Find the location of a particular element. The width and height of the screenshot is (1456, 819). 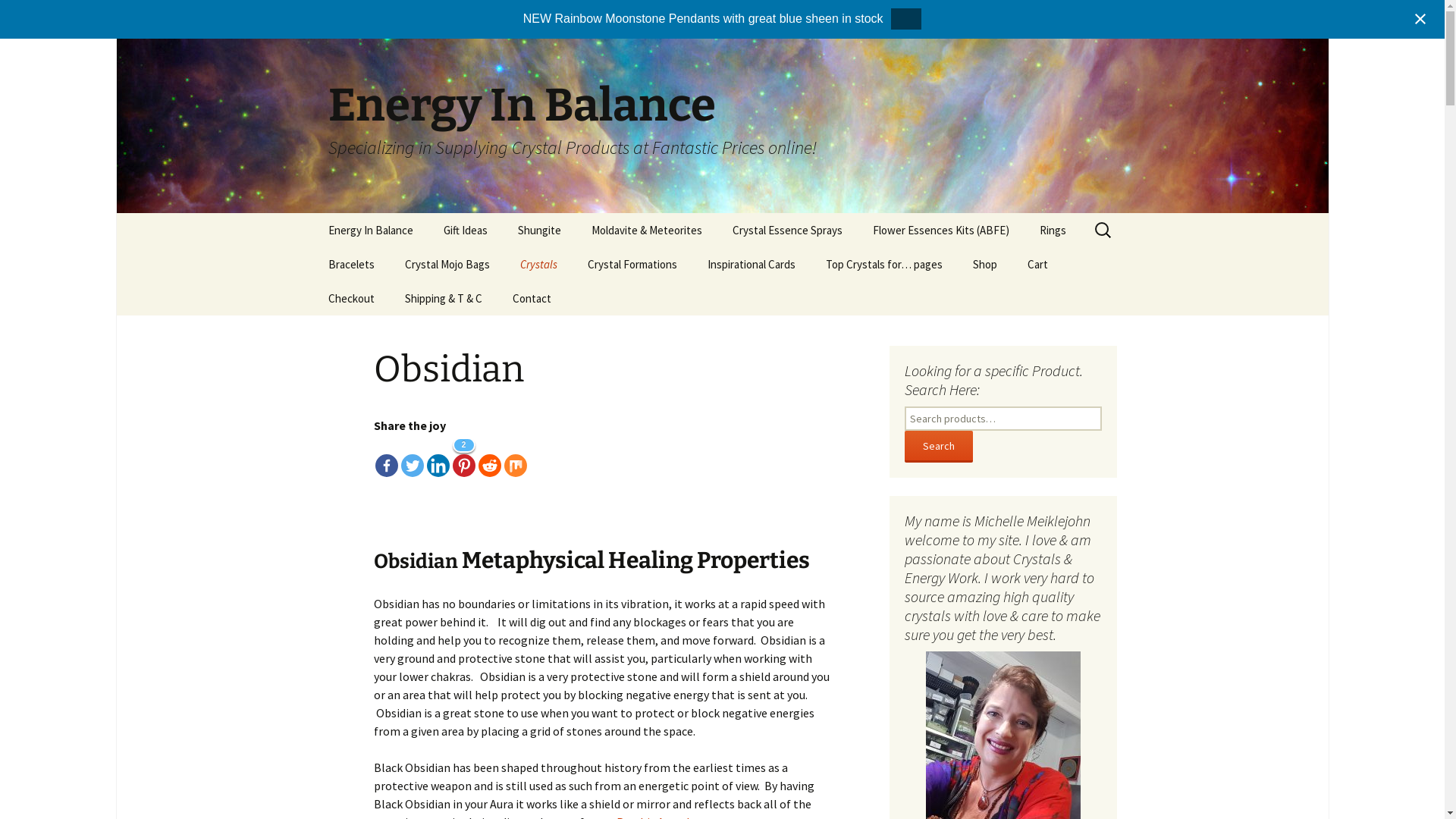

'Inspirational Cards' is located at coordinates (750, 263).